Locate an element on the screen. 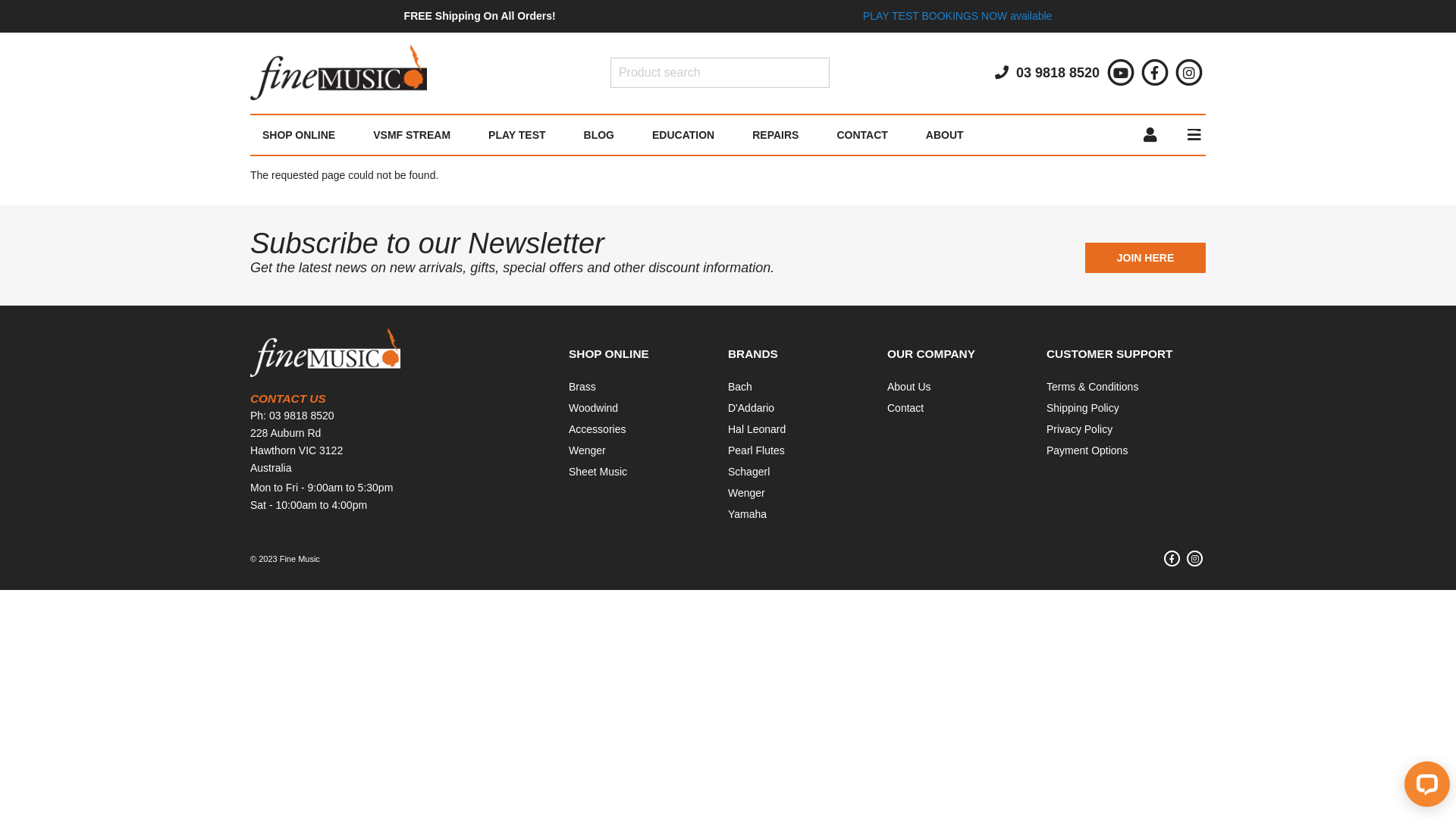 The width and height of the screenshot is (1456, 819). 'Hal Leonard' is located at coordinates (728, 429).